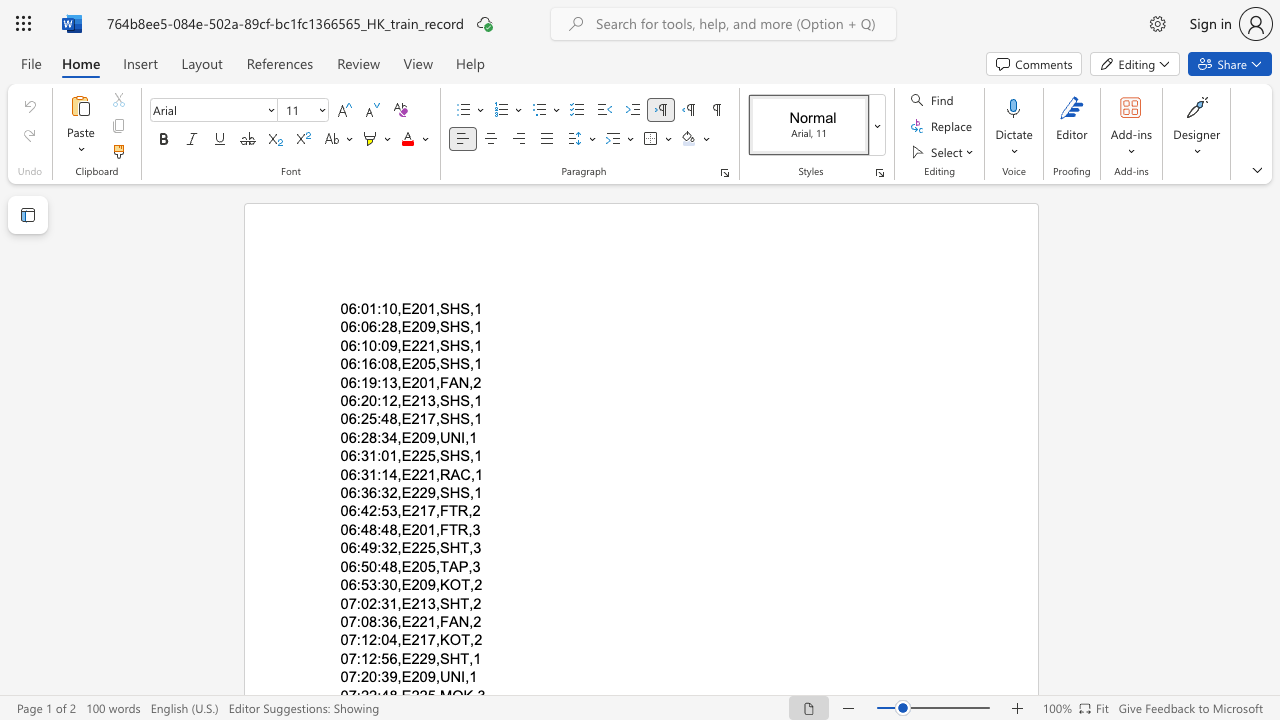 This screenshot has width=1280, height=720. What do you see at coordinates (433, 585) in the screenshot?
I see `the space between the continuous character "9" and "," in the text` at bounding box center [433, 585].